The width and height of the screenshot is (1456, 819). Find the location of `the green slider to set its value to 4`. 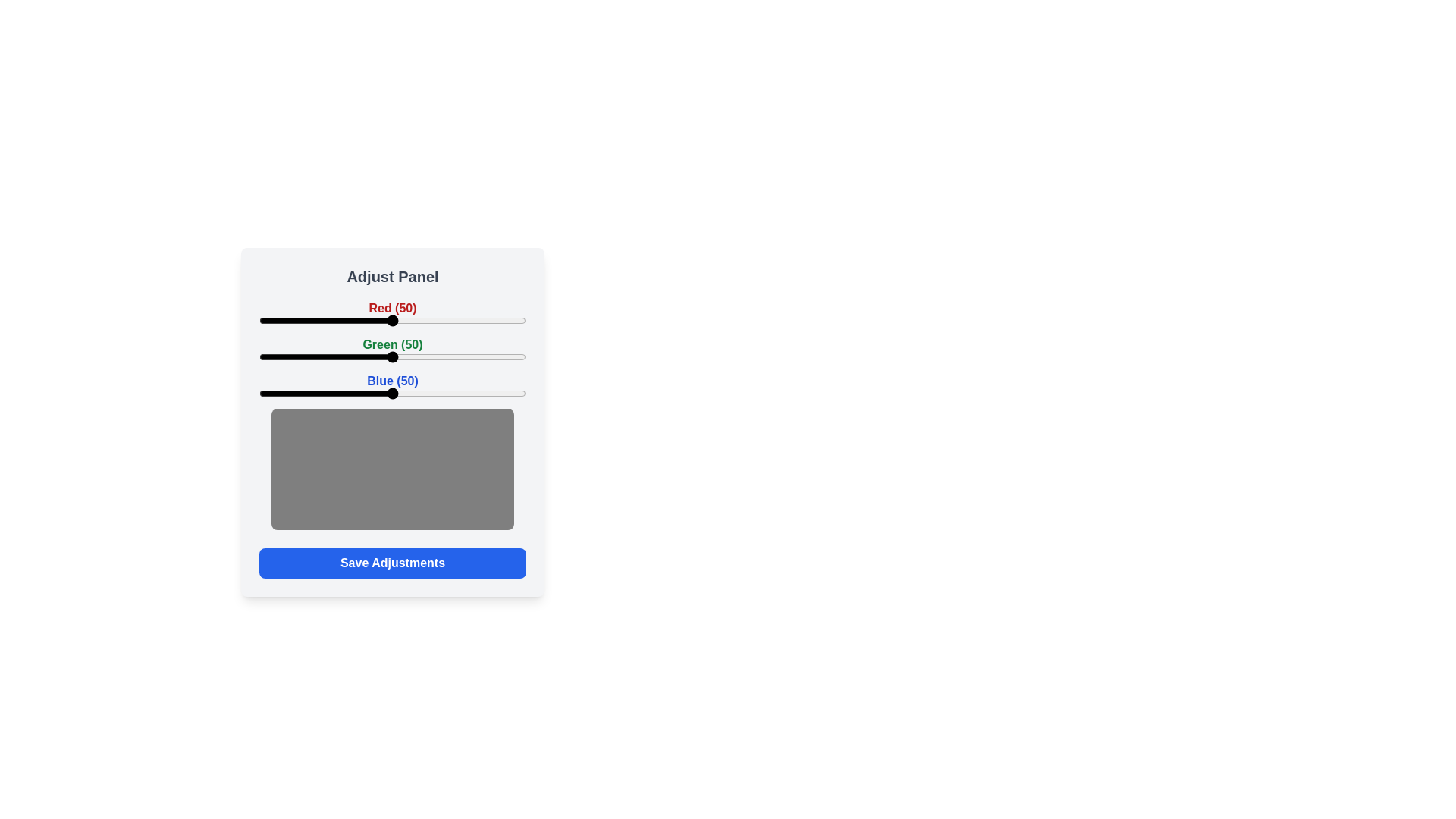

the green slider to set its value to 4 is located at coordinates (270, 356).